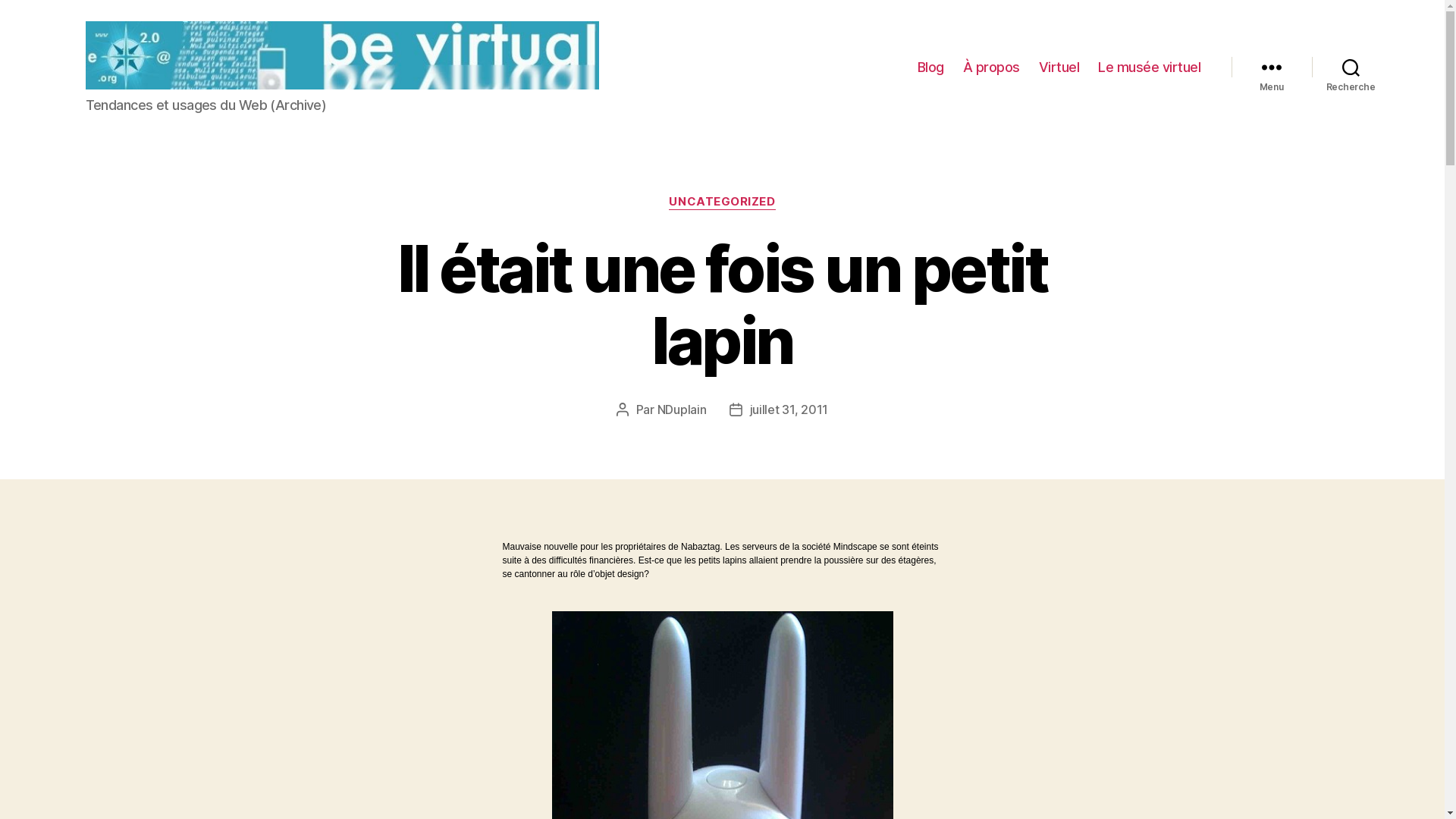 This screenshot has width=1456, height=819. I want to click on 'UNCATEGORIZED', so click(668, 201).